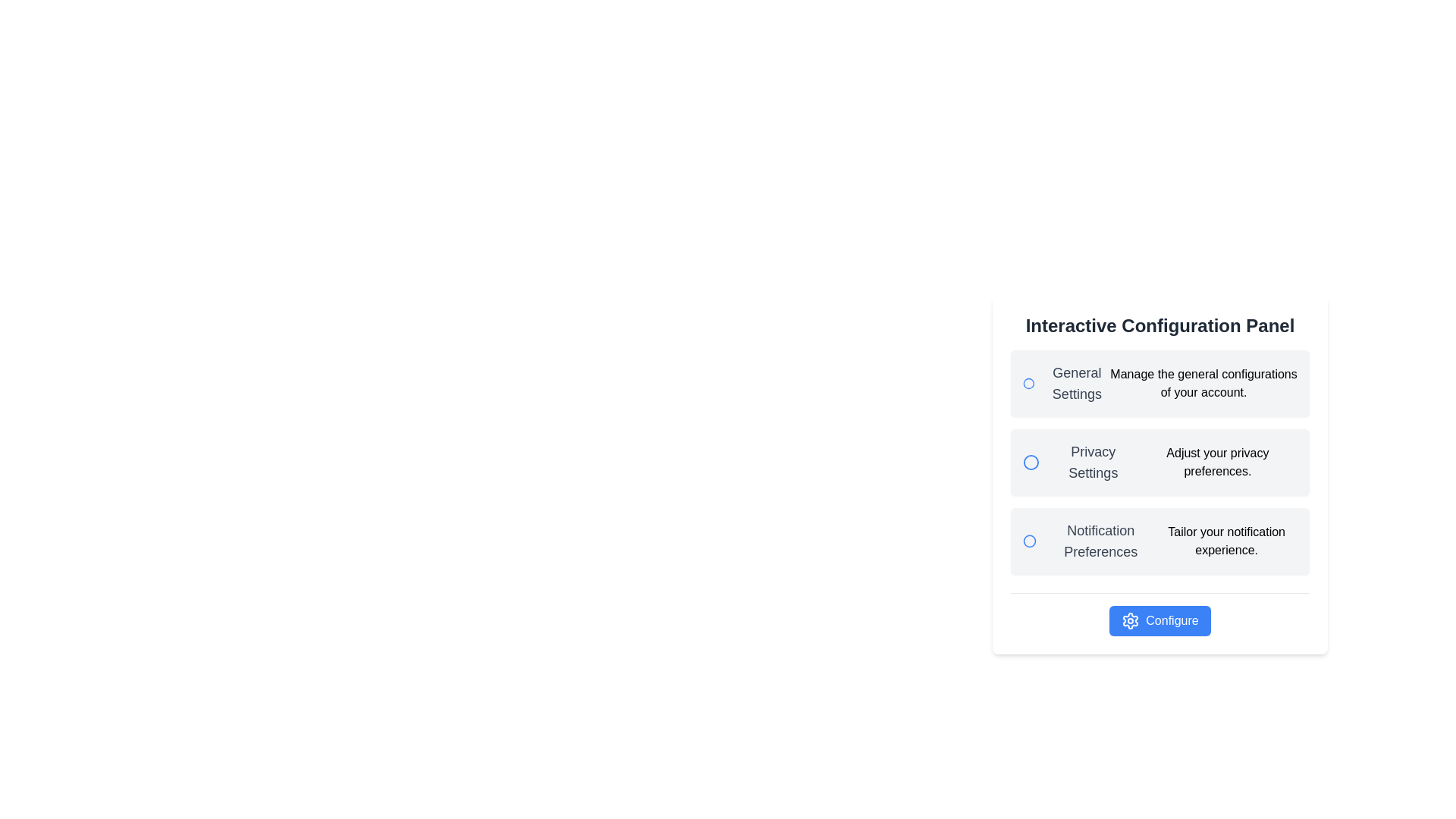 This screenshot has height=819, width=1456. What do you see at coordinates (1079, 461) in the screenshot?
I see `the 'Privacy Settings' label element located in the settings menu, which is the second option in the list of configuration choices` at bounding box center [1079, 461].